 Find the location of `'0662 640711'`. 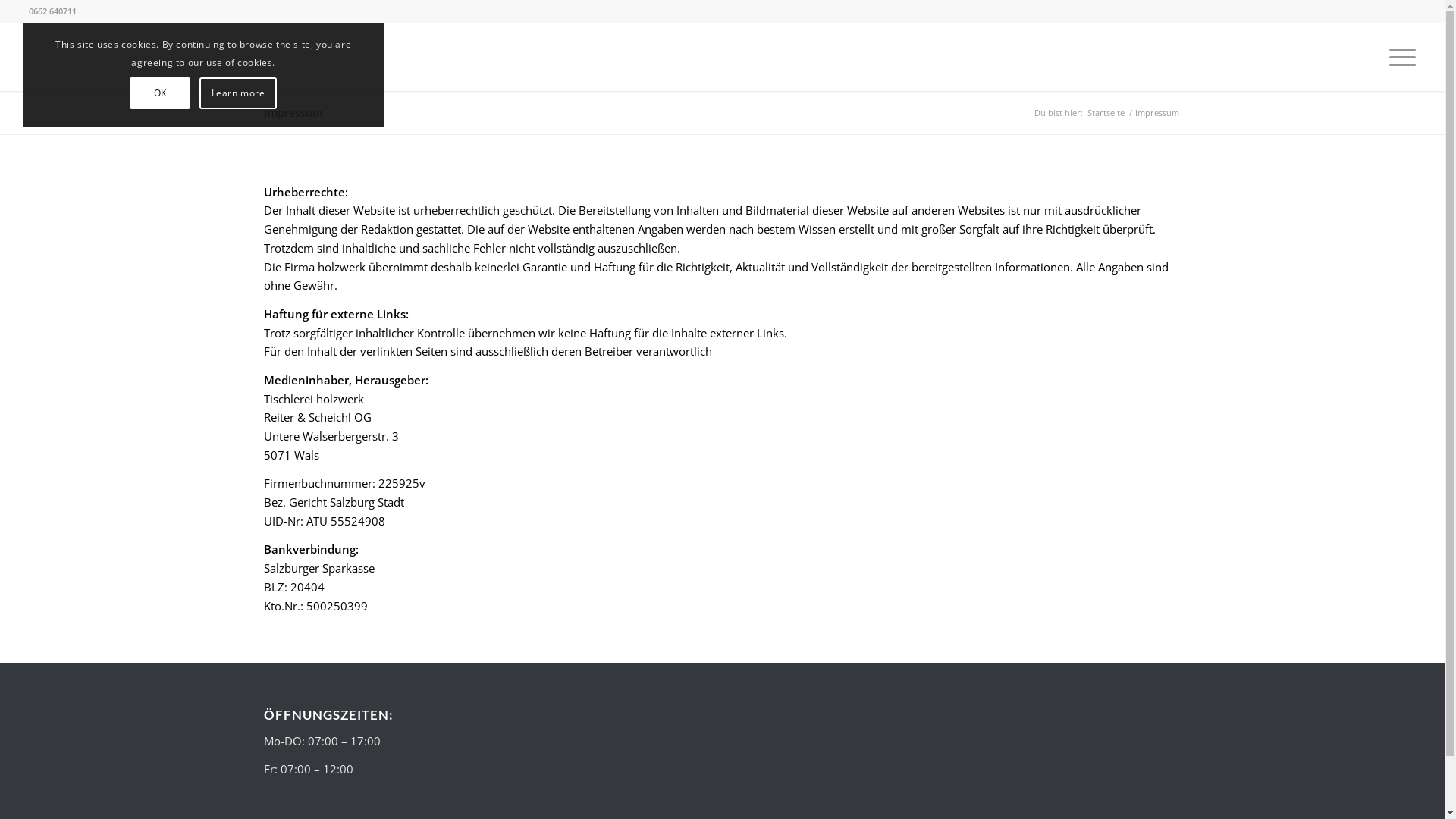

'0662 640711' is located at coordinates (29, 11).